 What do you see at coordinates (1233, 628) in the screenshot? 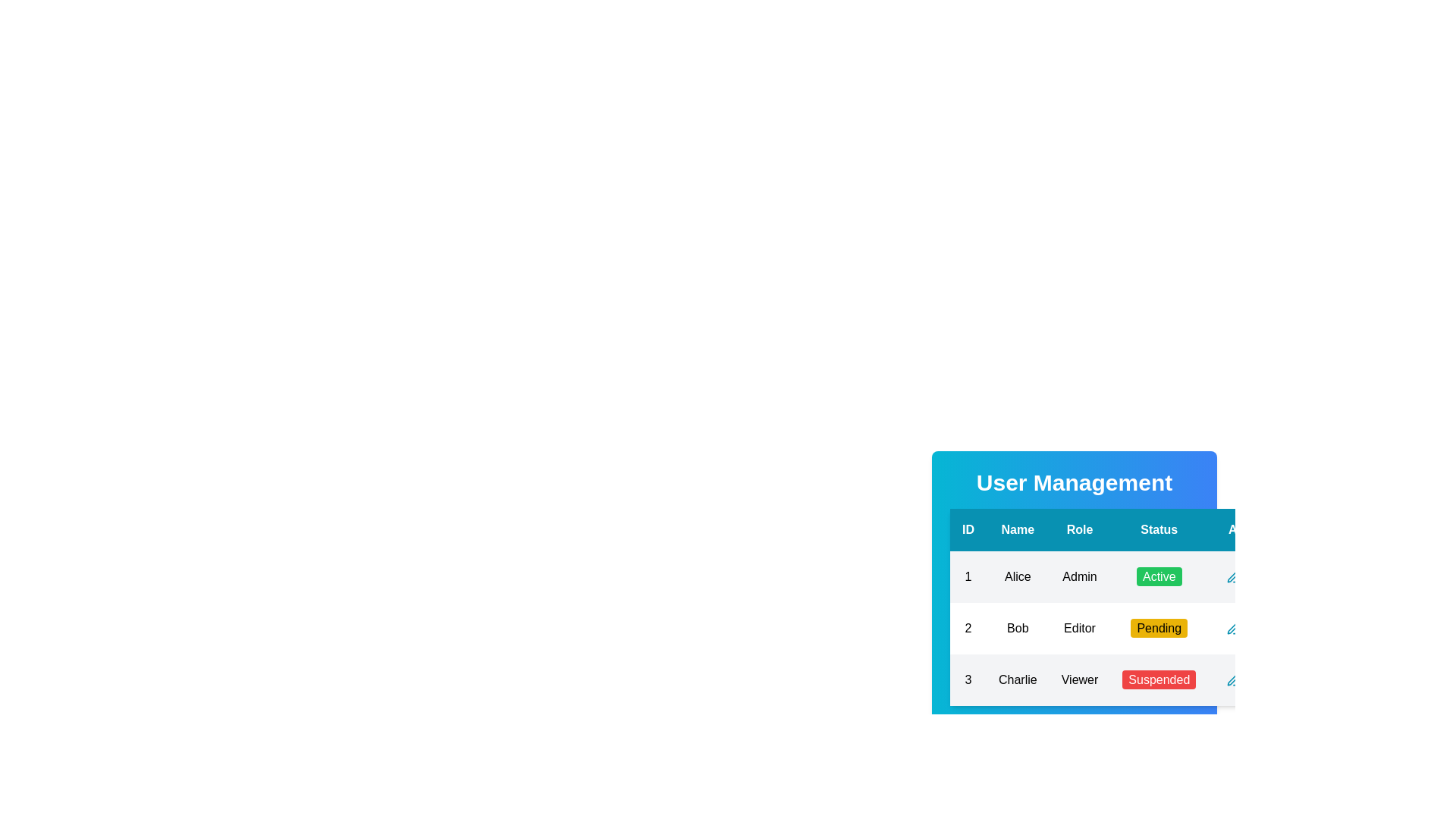
I see `the pen-shaped icon within the SVG element` at bounding box center [1233, 628].